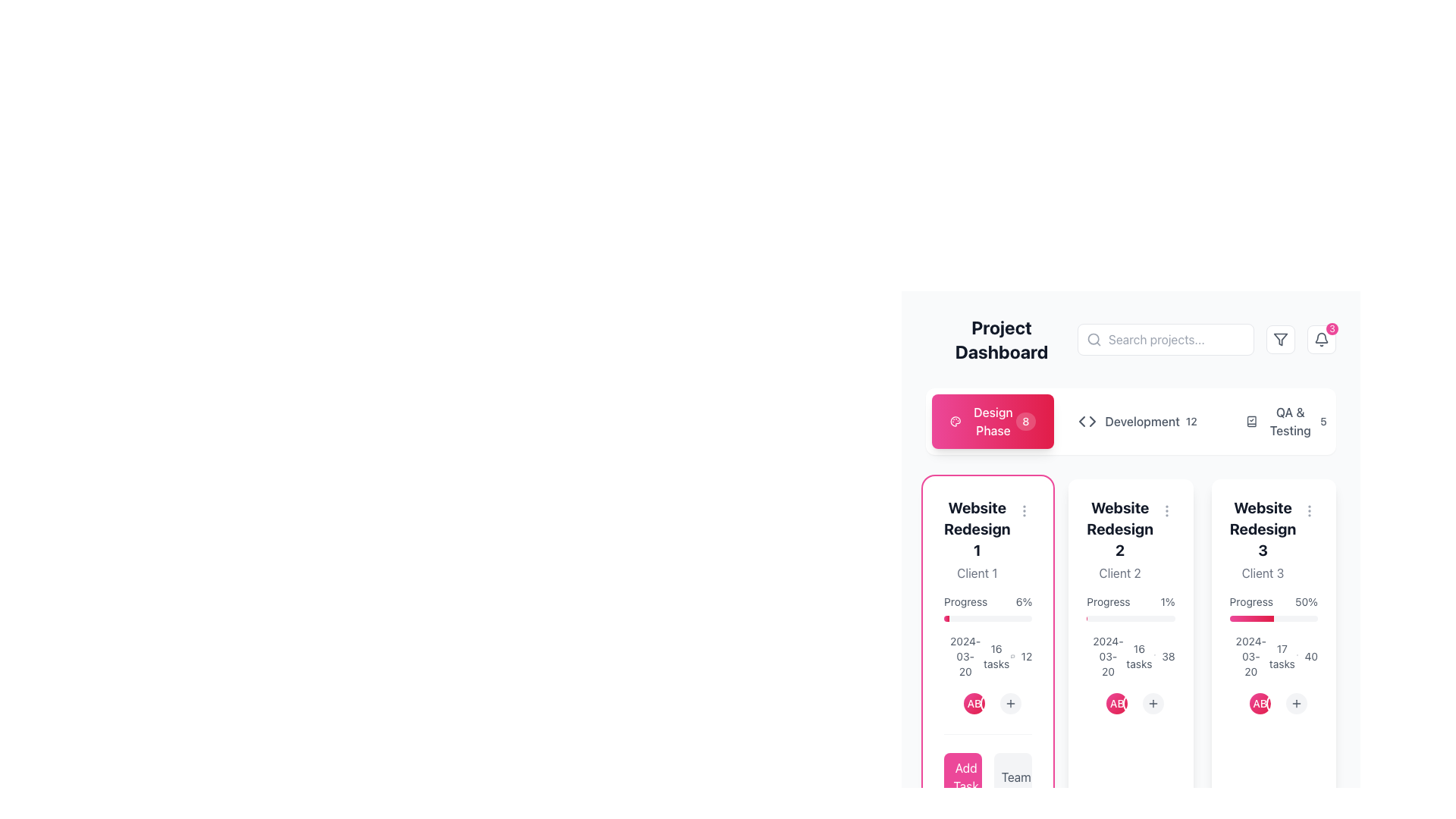 This screenshot has width=1456, height=819. Describe the element at coordinates (1108, 601) in the screenshot. I see `the text label displaying 'Progress' in a gray color, located within the card labeled 'Website Redesign 2', positioned to the left of the percentage completion indicator` at that location.